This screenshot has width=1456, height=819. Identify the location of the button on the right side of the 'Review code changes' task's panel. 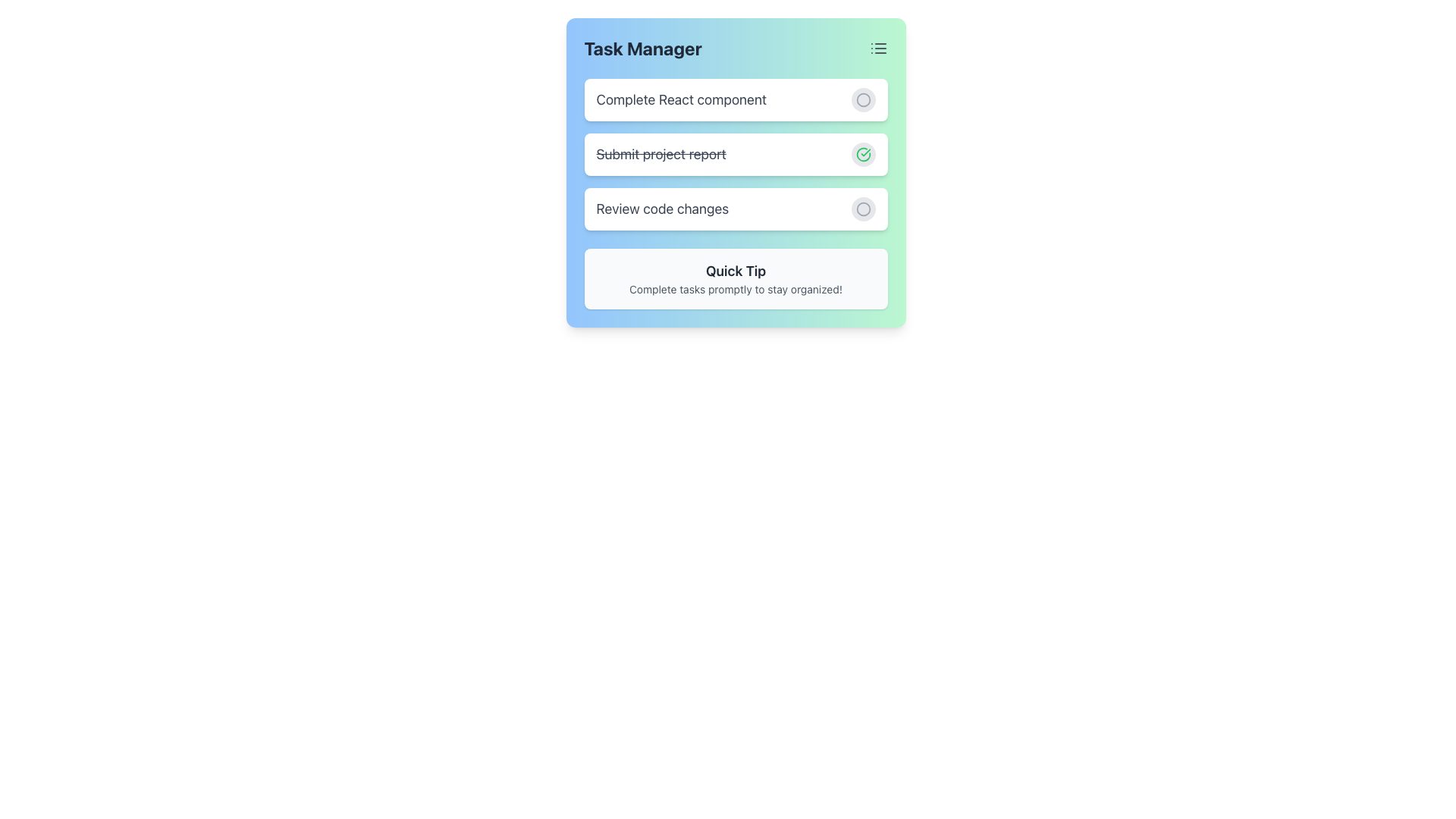
(863, 209).